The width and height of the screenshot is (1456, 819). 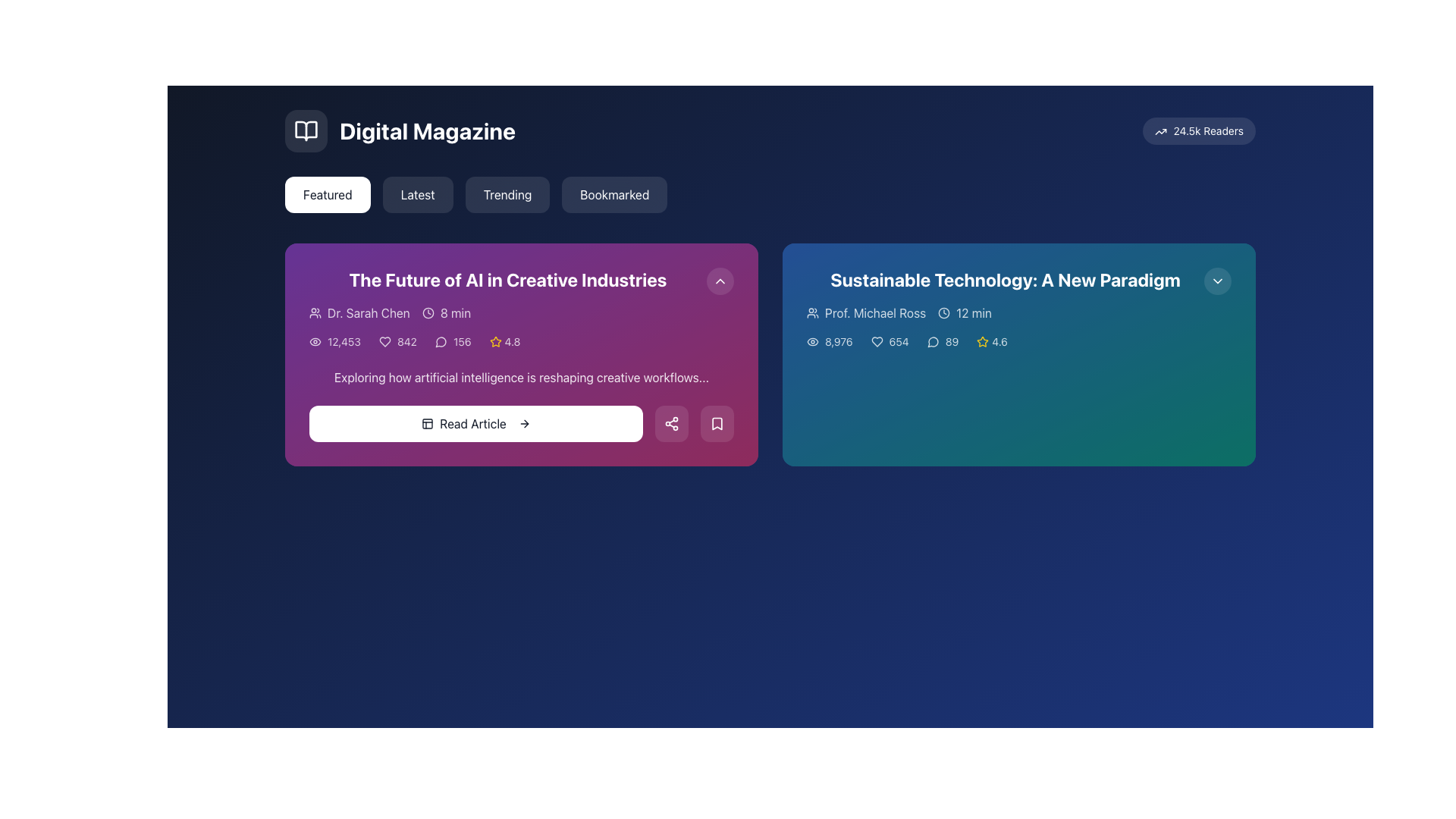 I want to click on displayed number '89' from the message bubble icon located within the blue card titled 'Sustainable Technology: A New Paradigm', so click(x=942, y=342).